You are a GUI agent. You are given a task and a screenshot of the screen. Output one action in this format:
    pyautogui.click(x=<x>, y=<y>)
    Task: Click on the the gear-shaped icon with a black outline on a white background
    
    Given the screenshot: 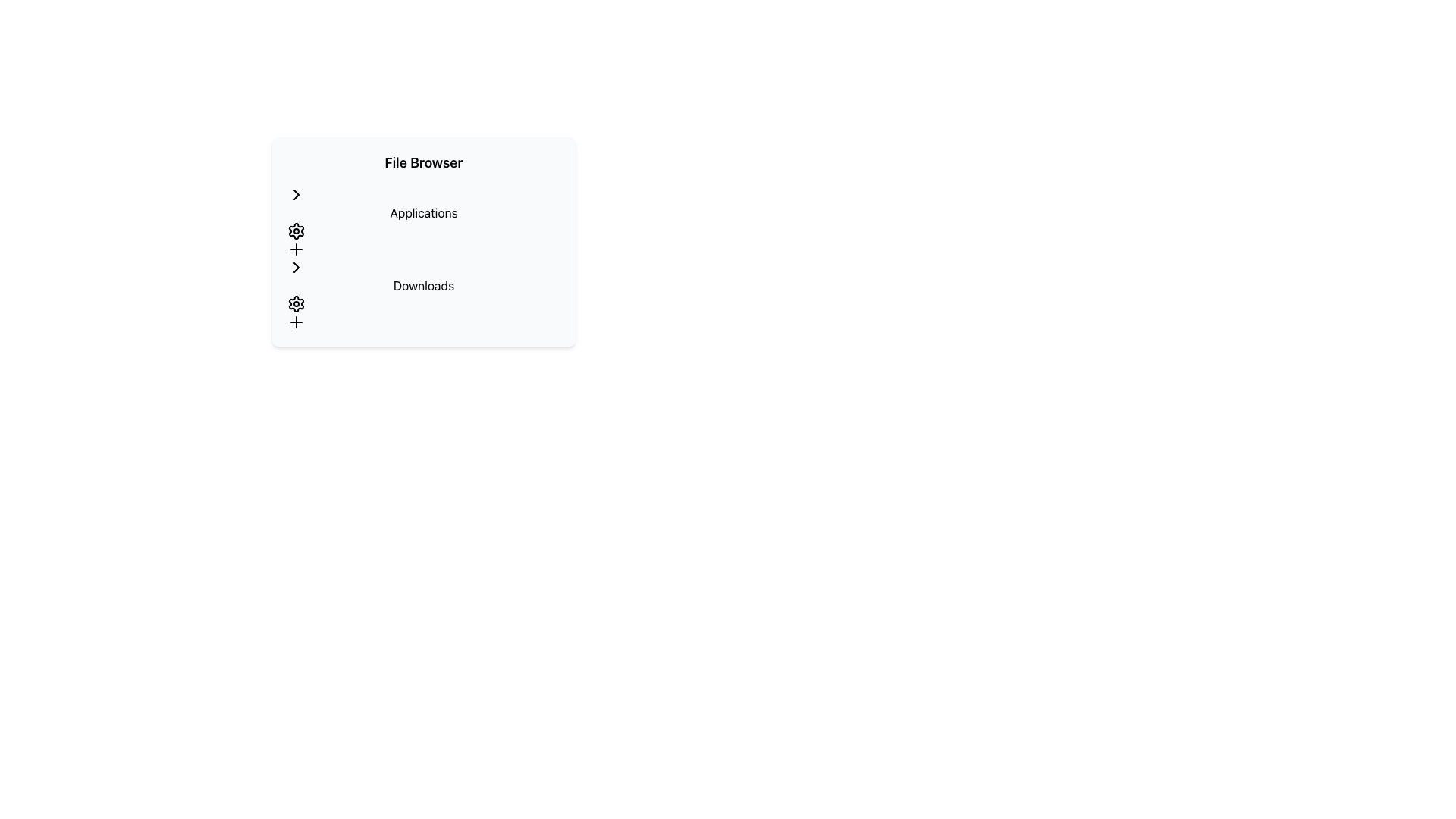 What is the action you would take?
    pyautogui.click(x=296, y=304)
    